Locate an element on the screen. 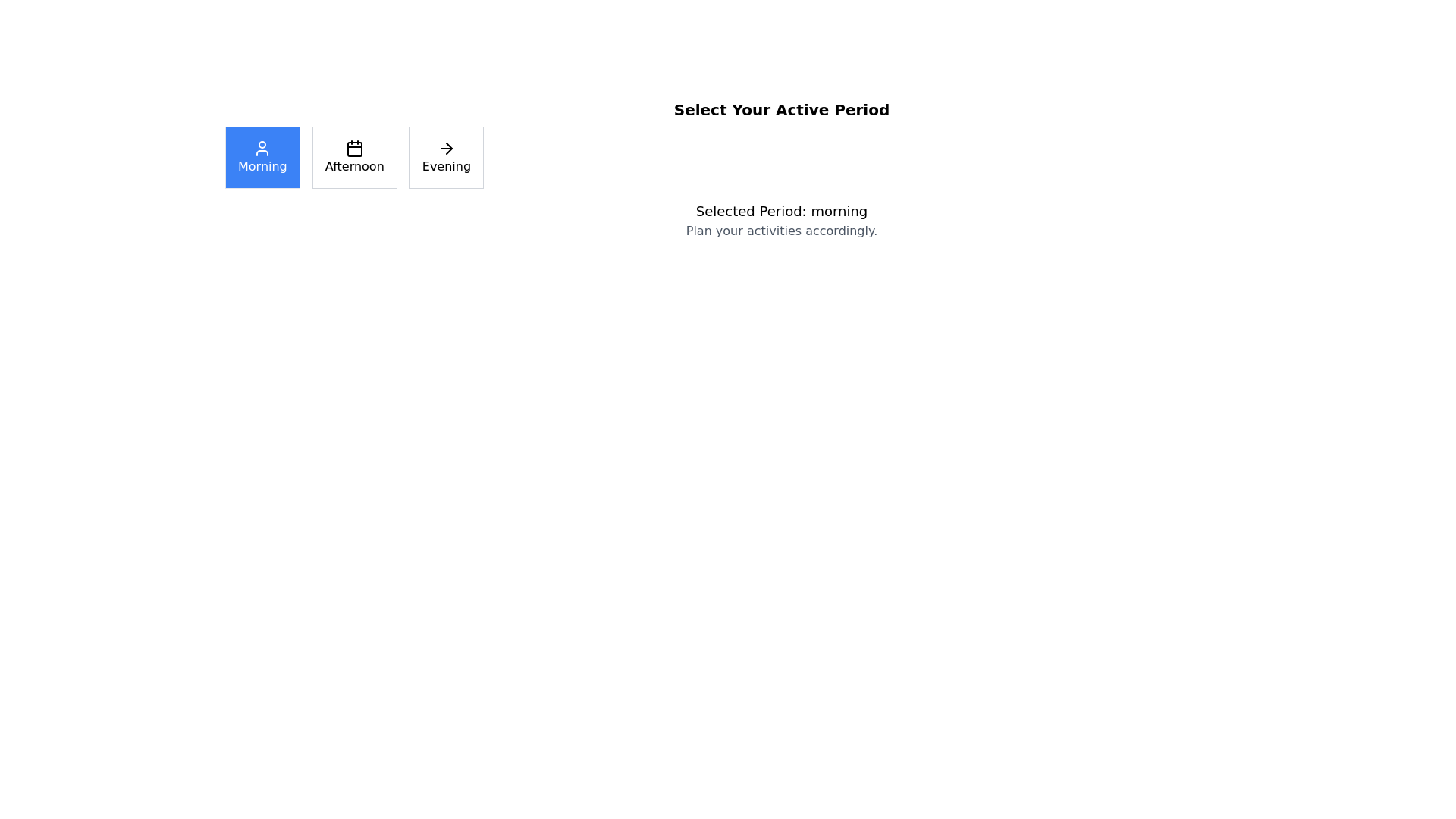 The height and width of the screenshot is (819, 1456). the 'Morning' button, which is the first button in a row of three time period options is located at coordinates (262, 158).